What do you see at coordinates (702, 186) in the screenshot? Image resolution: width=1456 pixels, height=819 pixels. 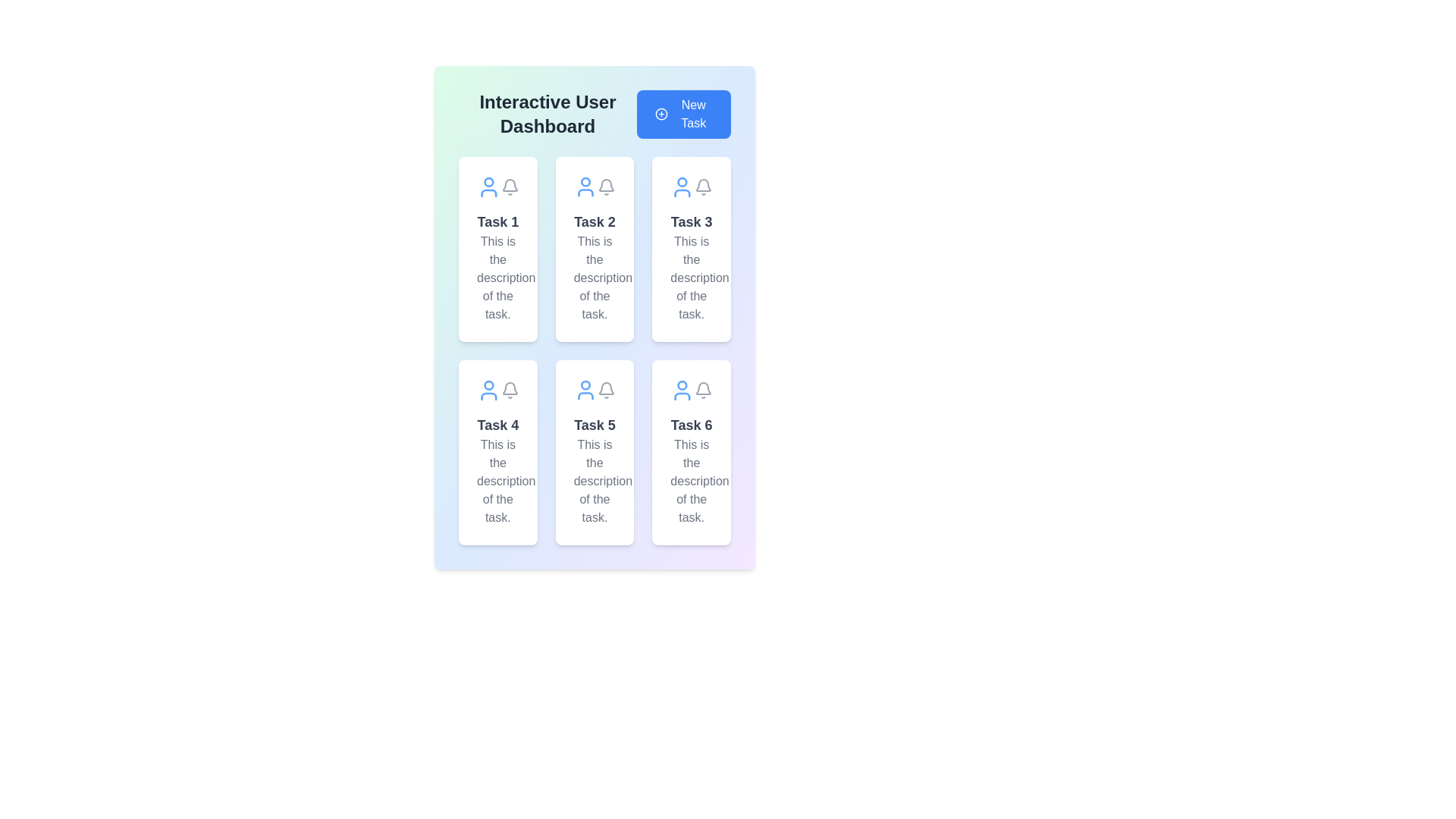 I see `the notification icon located on the right side of the user icon in the top-right section of the page` at bounding box center [702, 186].